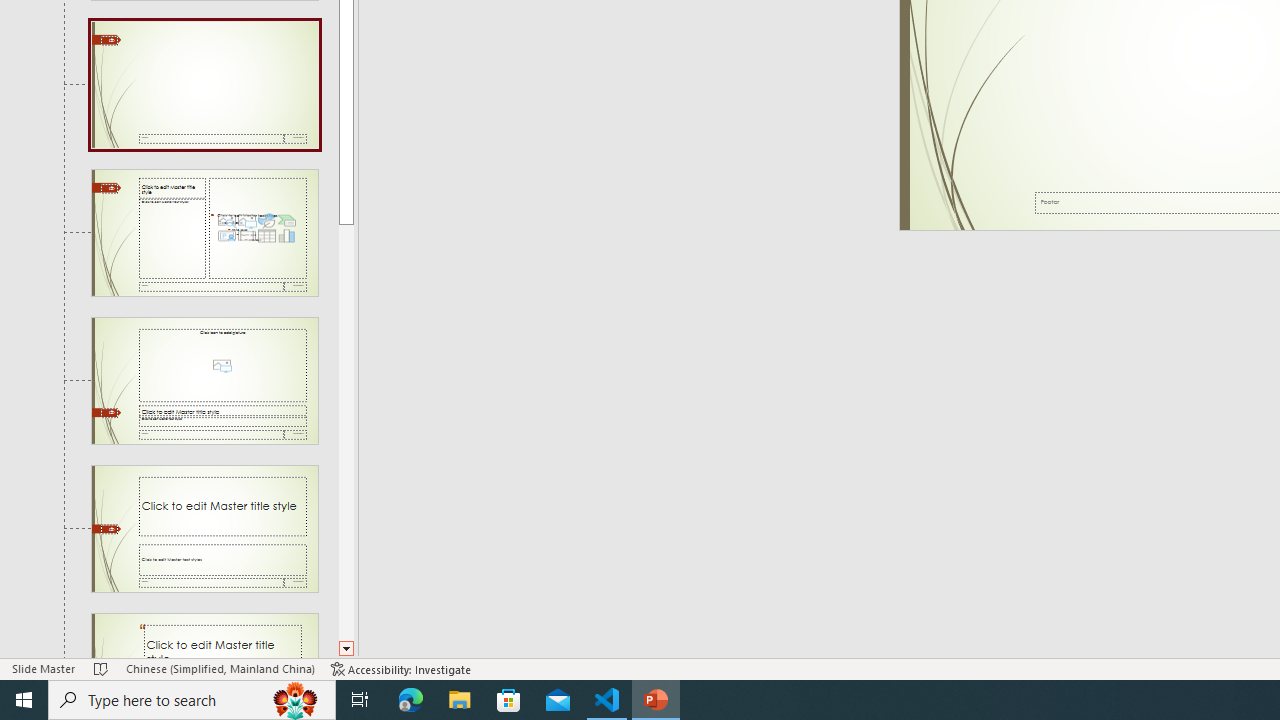 The height and width of the screenshot is (720, 1280). What do you see at coordinates (400, 669) in the screenshot?
I see `'Accessibility Checker Accessibility: Investigate'` at bounding box center [400, 669].